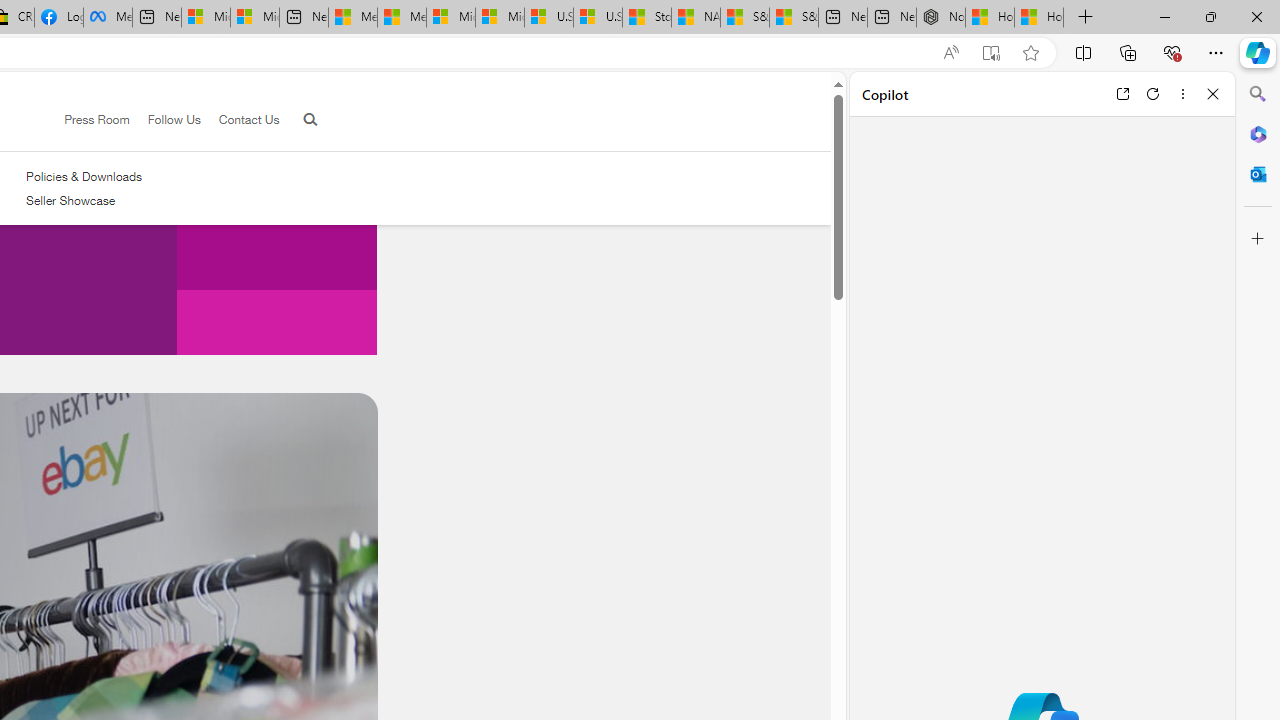  I want to click on 'Contact Us', so click(247, 119).